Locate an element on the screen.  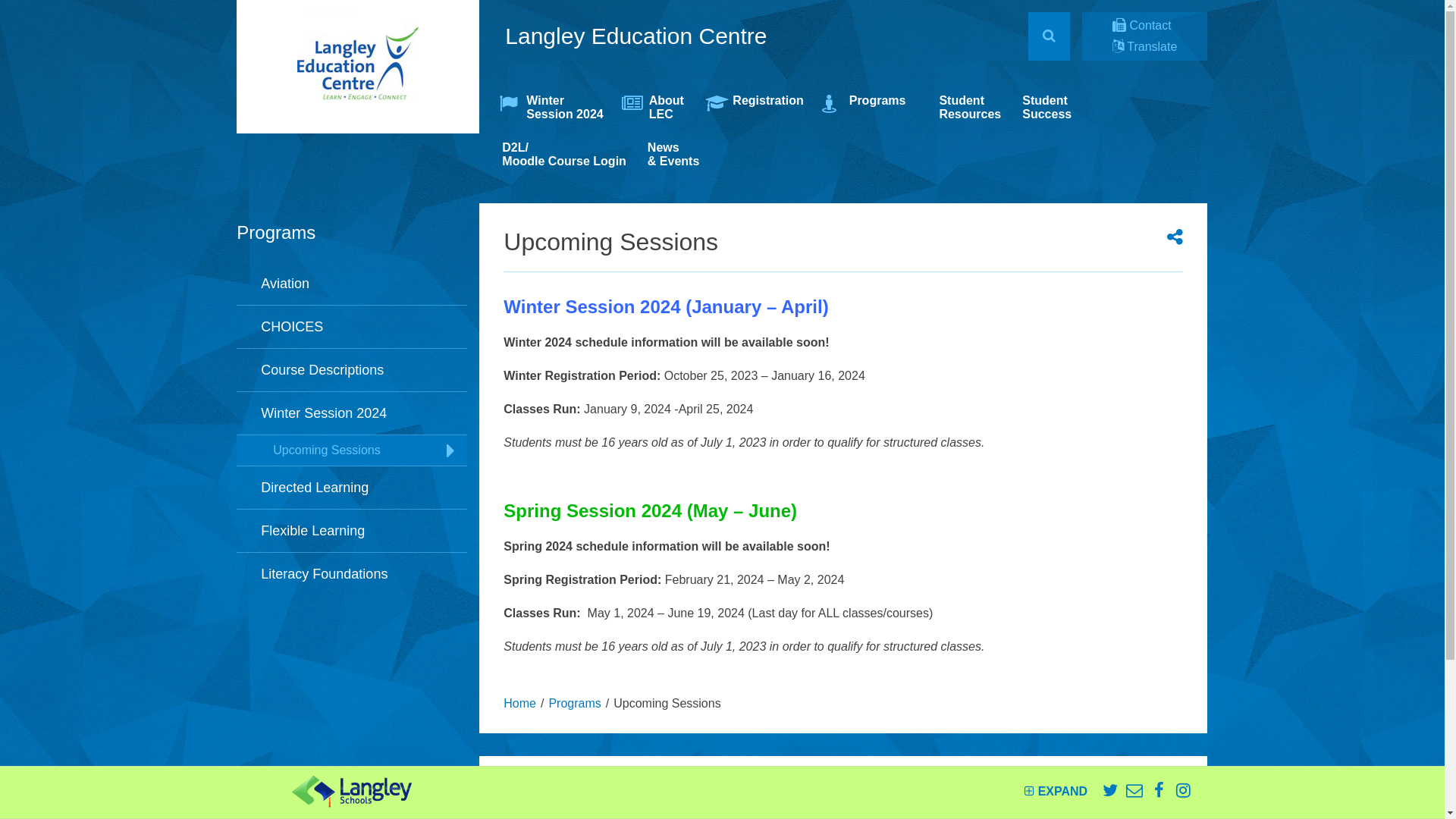
'Aviation' is located at coordinates (351, 284).